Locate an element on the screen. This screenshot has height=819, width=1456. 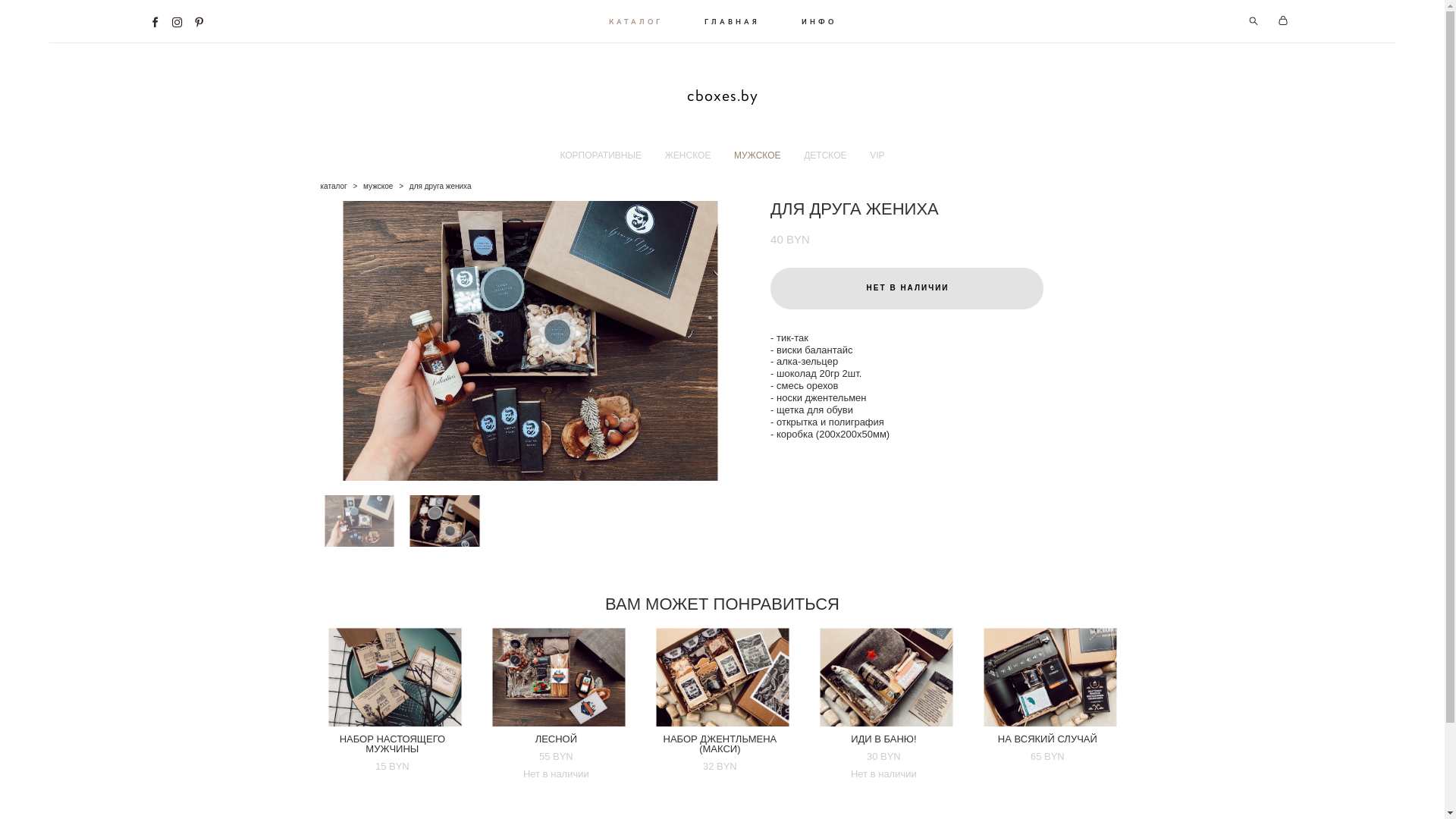
'cboxes.by' is located at coordinates (722, 96).